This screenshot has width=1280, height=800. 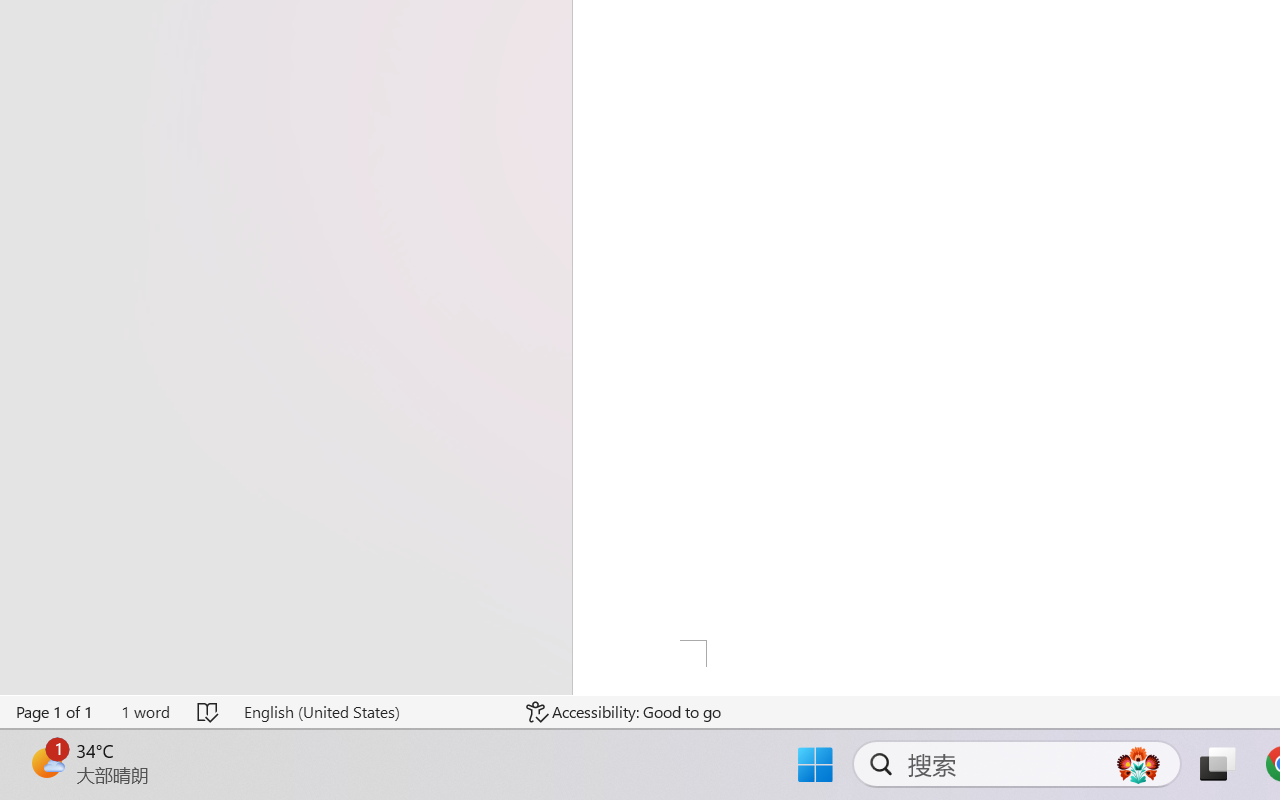 What do you see at coordinates (209, 711) in the screenshot?
I see `'Spelling and Grammar Check No Errors'` at bounding box center [209, 711].